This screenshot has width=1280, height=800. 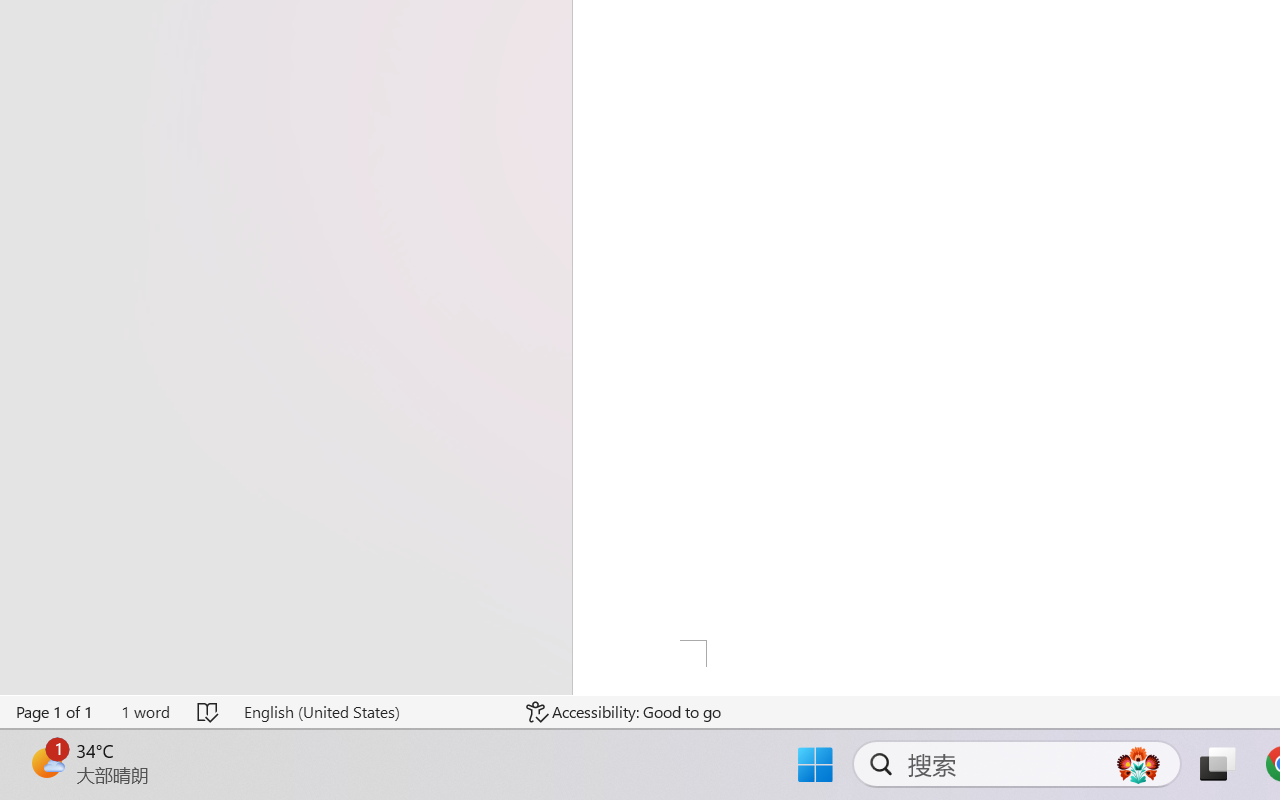 What do you see at coordinates (209, 711) in the screenshot?
I see `'Spelling and Grammar Check No Errors'` at bounding box center [209, 711].